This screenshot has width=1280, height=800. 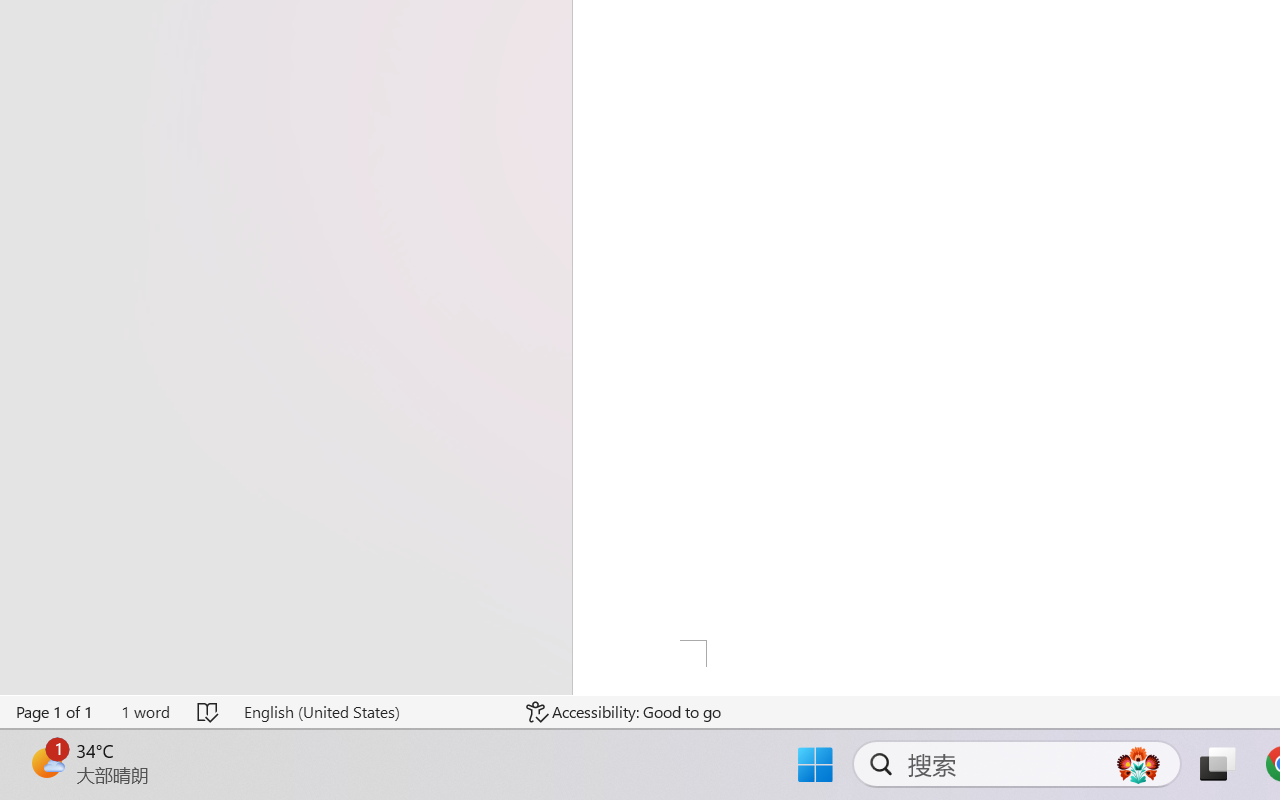 What do you see at coordinates (209, 711) in the screenshot?
I see `'Spelling and Grammar Check No Errors'` at bounding box center [209, 711].